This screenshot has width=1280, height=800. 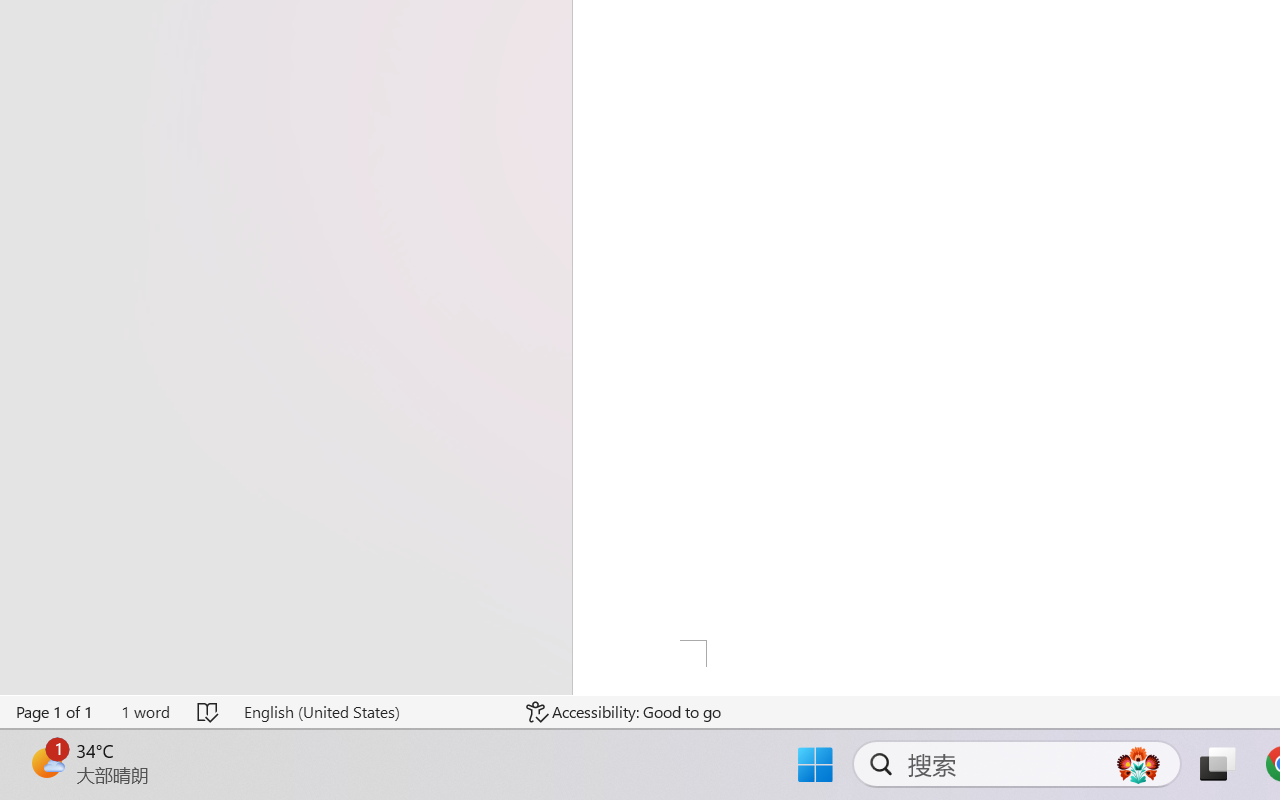 What do you see at coordinates (209, 711) in the screenshot?
I see `'Spelling and Grammar Check No Errors'` at bounding box center [209, 711].